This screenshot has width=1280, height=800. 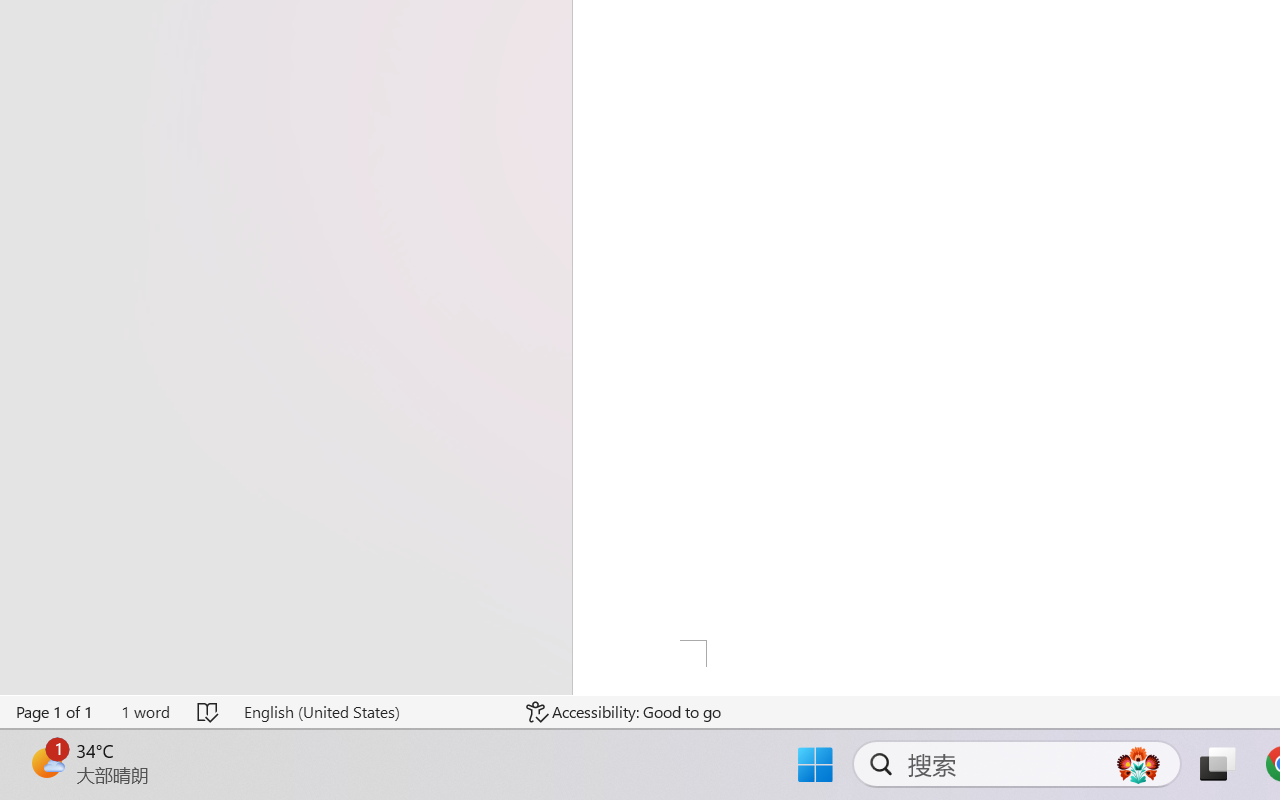 What do you see at coordinates (209, 711) in the screenshot?
I see `'Spelling and Grammar Check No Errors'` at bounding box center [209, 711].